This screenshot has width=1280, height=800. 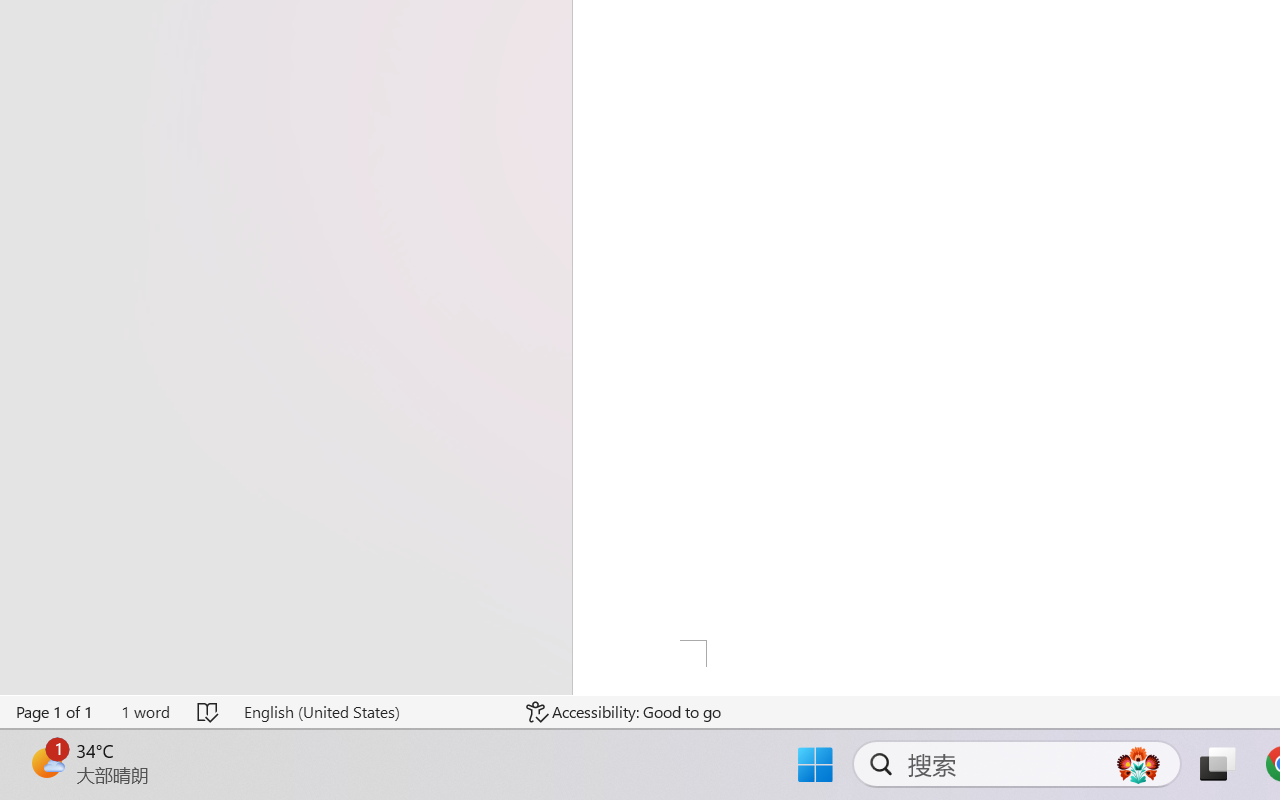 What do you see at coordinates (209, 711) in the screenshot?
I see `'Spelling and Grammar Check No Errors'` at bounding box center [209, 711].